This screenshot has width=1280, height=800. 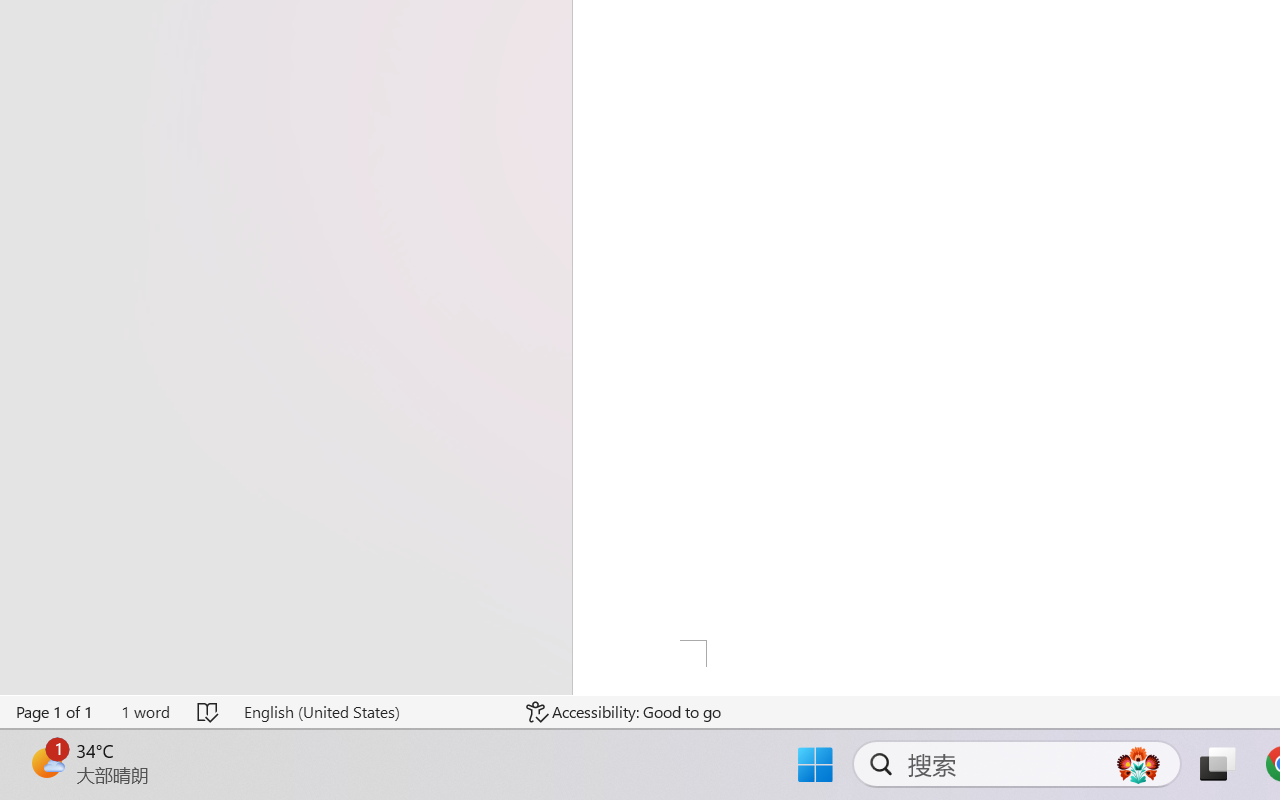 What do you see at coordinates (209, 711) in the screenshot?
I see `'Spelling and Grammar Check No Errors'` at bounding box center [209, 711].